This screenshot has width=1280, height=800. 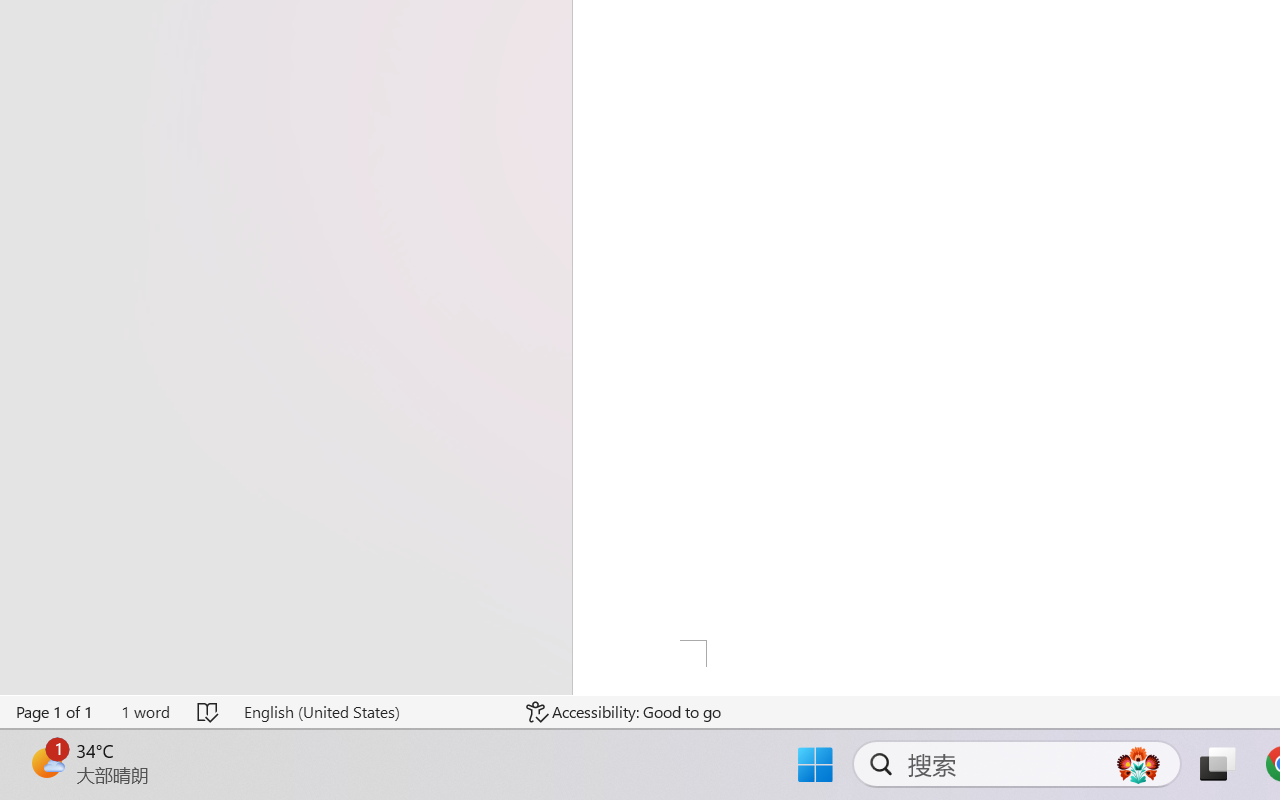 What do you see at coordinates (209, 711) in the screenshot?
I see `'Spelling and Grammar Check No Errors'` at bounding box center [209, 711].